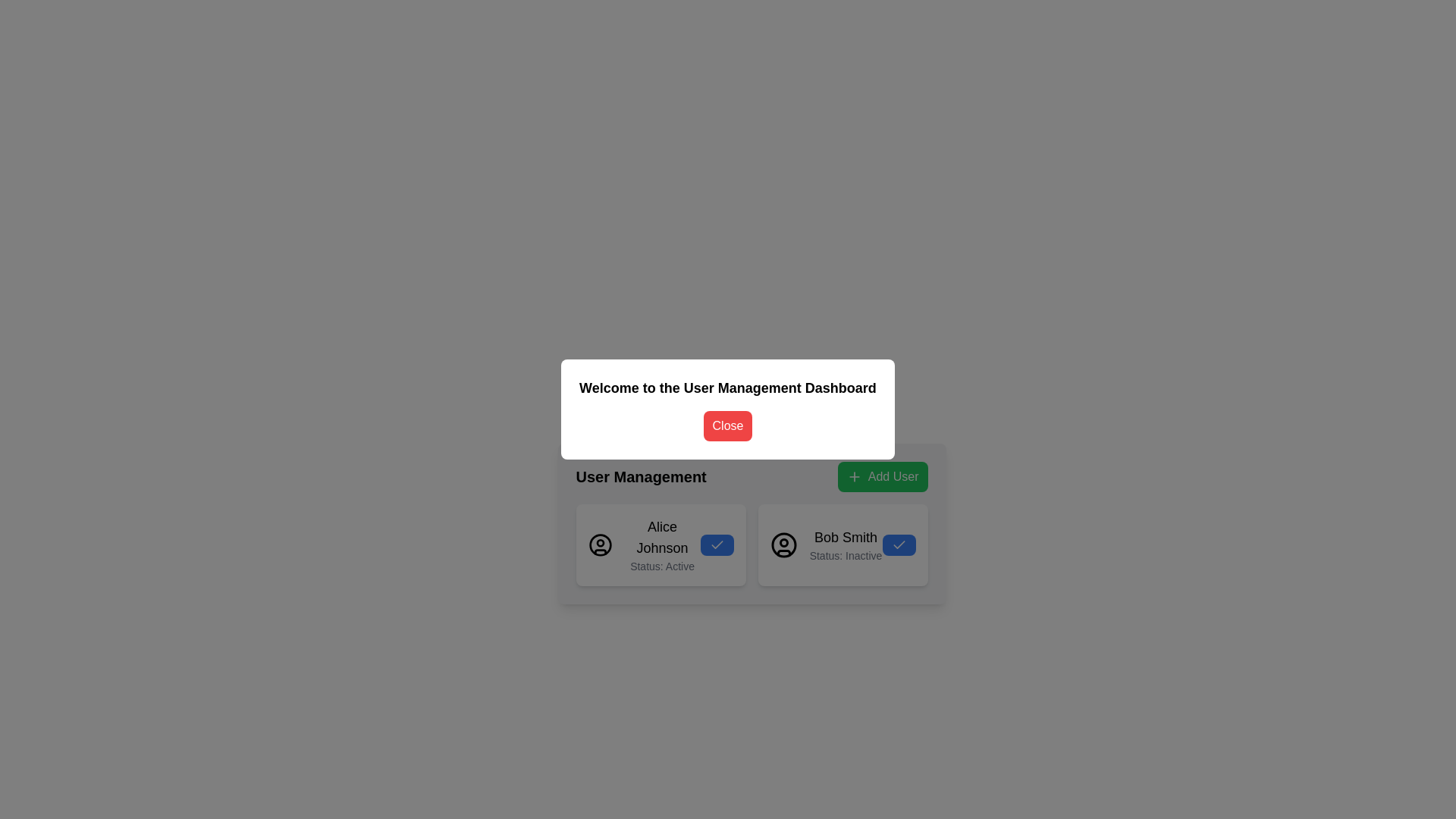  What do you see at coordinates (662, 566) in the screenshot?
I see `the informational label indicating the current status ('Active') of the user 'Alice Johnson', located beneath the name text component` at bounding box center [662, 566].